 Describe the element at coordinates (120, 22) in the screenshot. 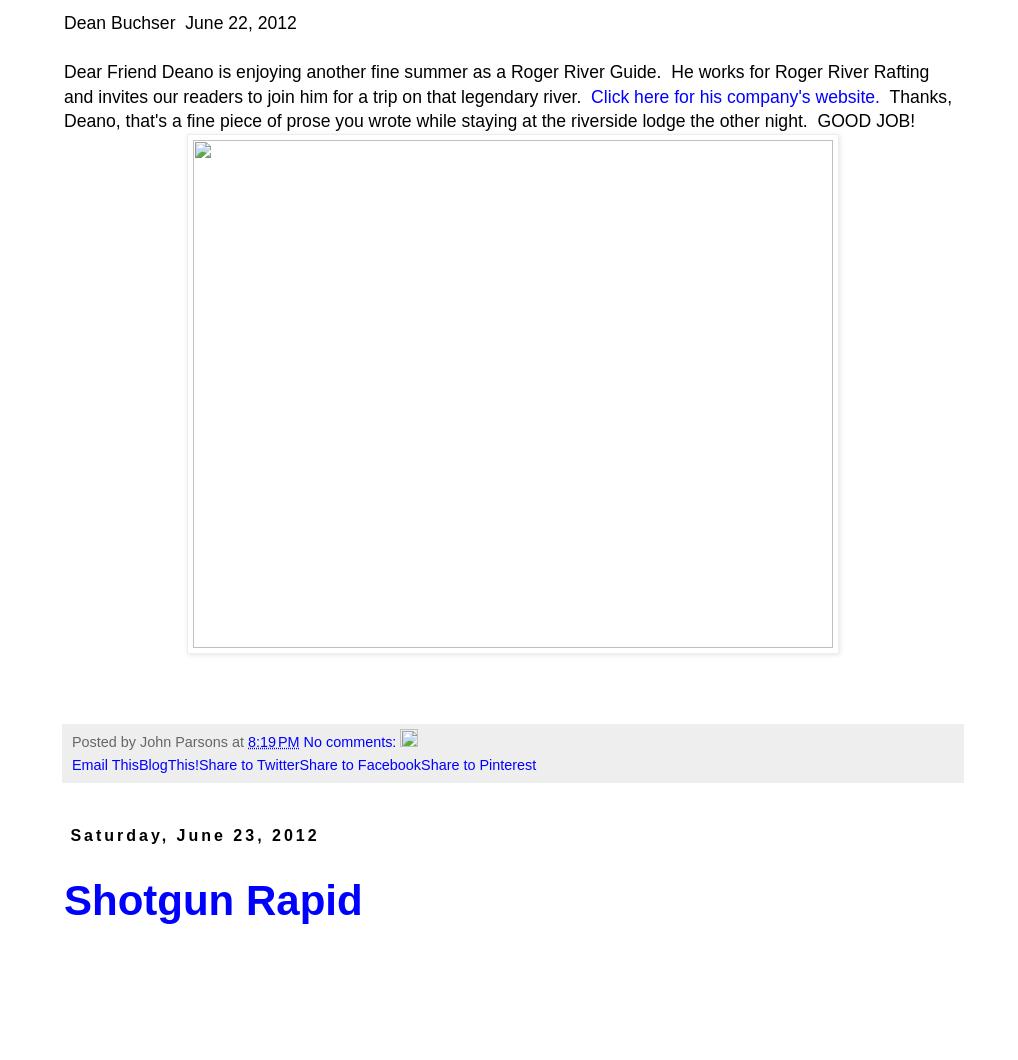

I see `'Dean Buchser'` at that location.